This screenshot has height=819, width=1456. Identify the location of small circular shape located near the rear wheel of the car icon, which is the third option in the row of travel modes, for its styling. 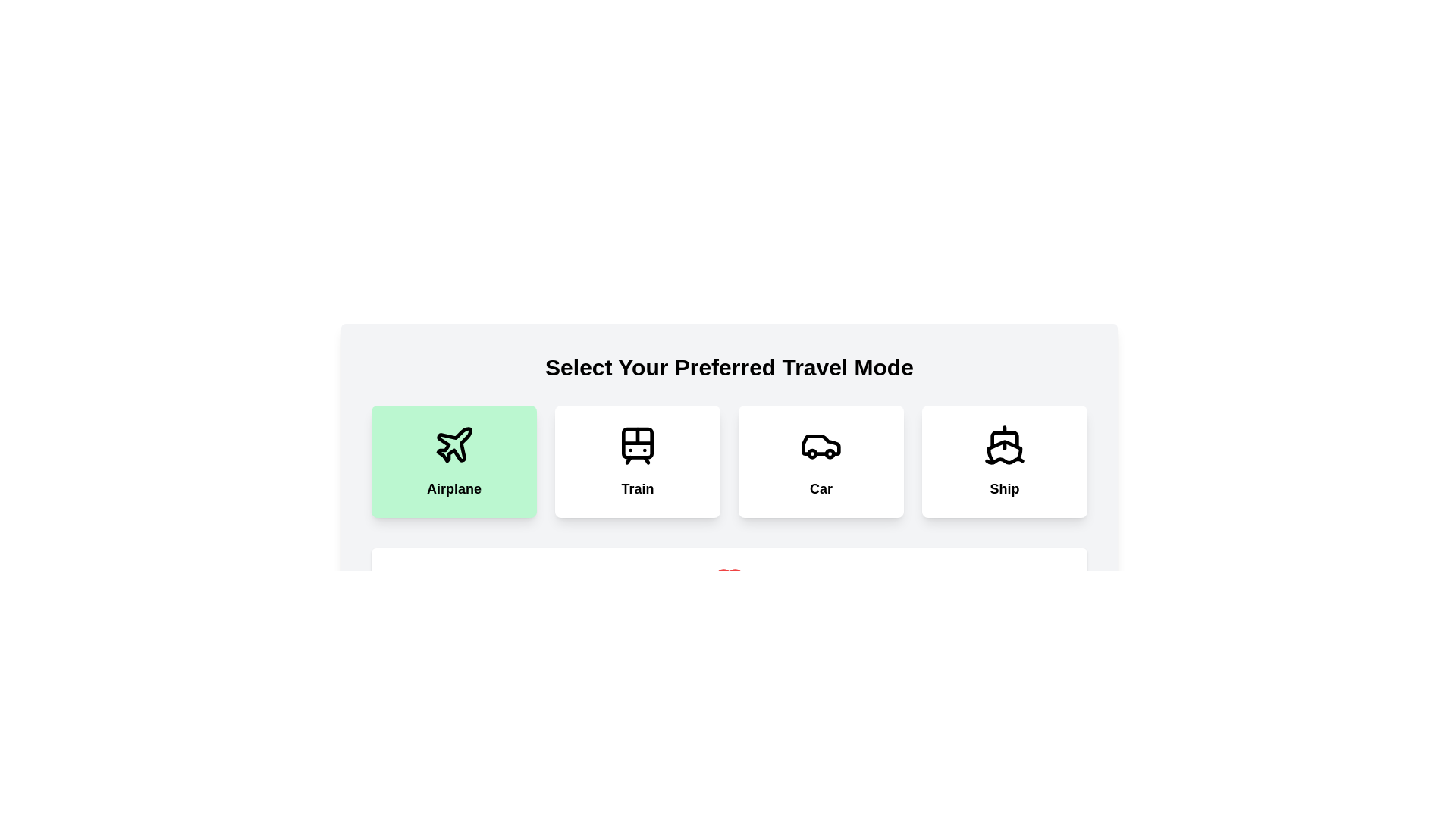
(811, 452).